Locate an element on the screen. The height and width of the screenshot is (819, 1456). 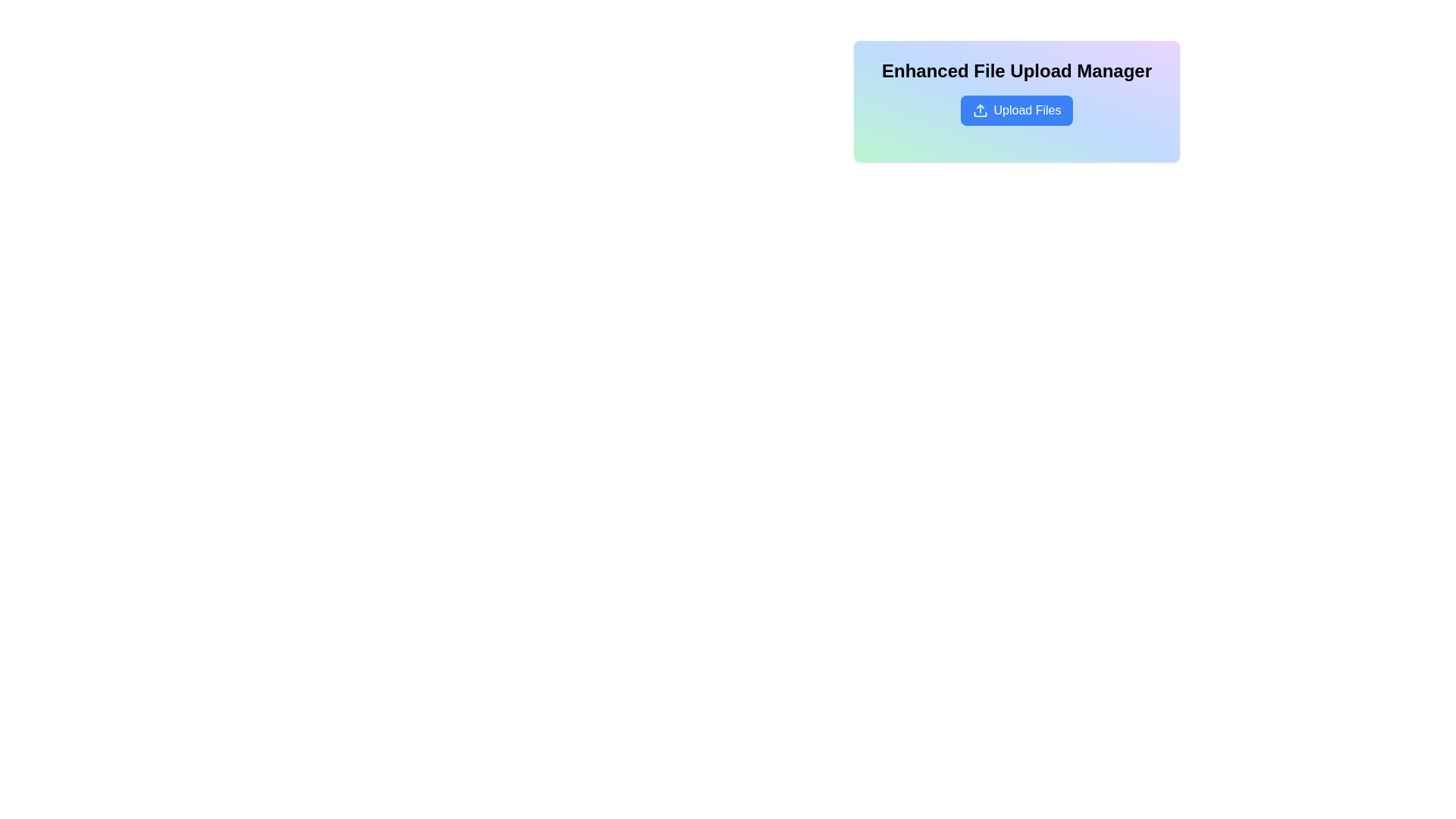
the 'Upload Files' button which is a medium-sized rectangular button with rounded corners, blue background, and white text, located in the center of the 'Enhanced File Upload Manager' card is located at coordinates (1016, 110).